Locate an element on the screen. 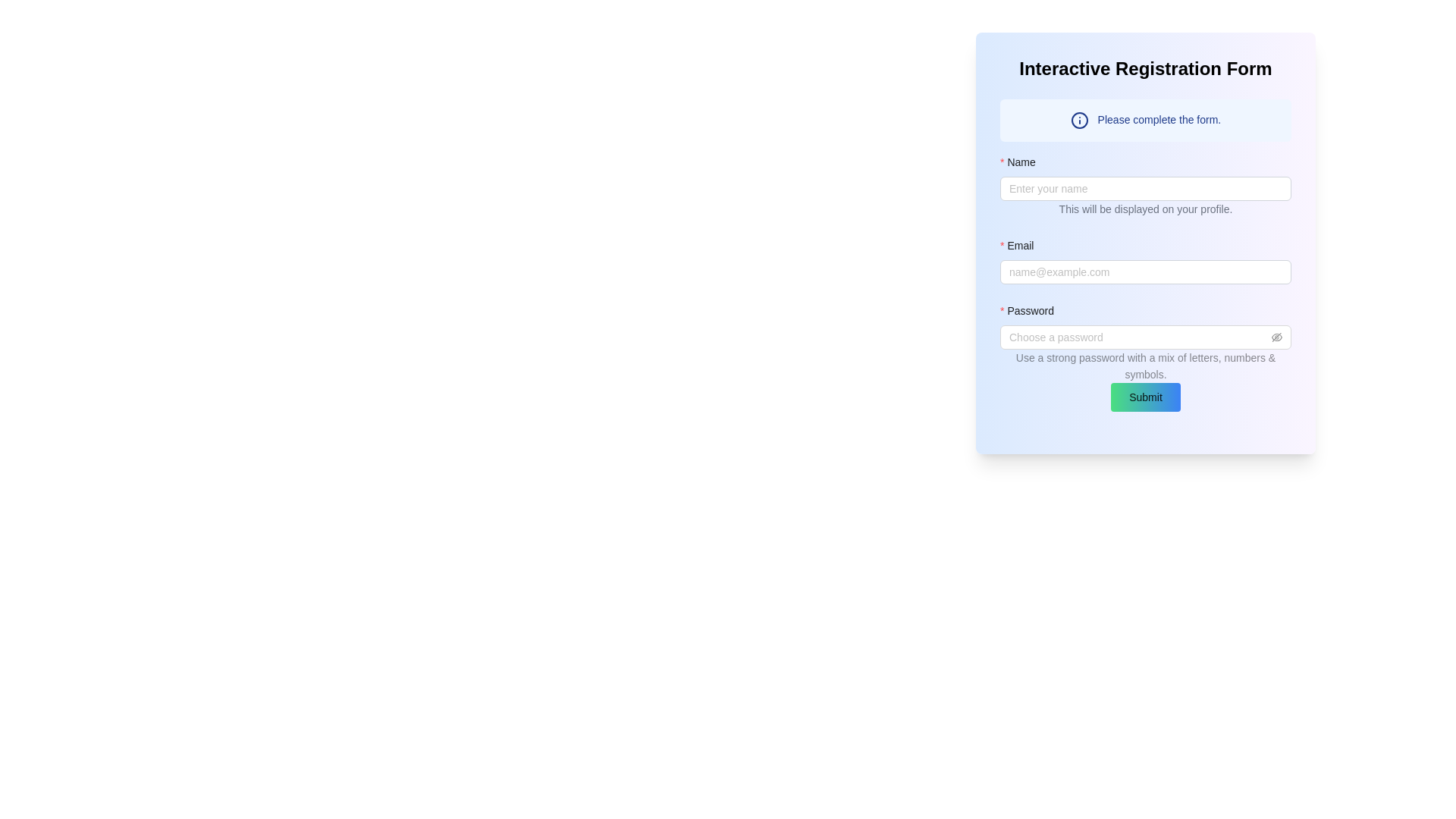  the text label that provides guidance on the password format, located directly below the 'Password' input field in the 'Interactive Registration Form' is located at coordinates (1146, 353).